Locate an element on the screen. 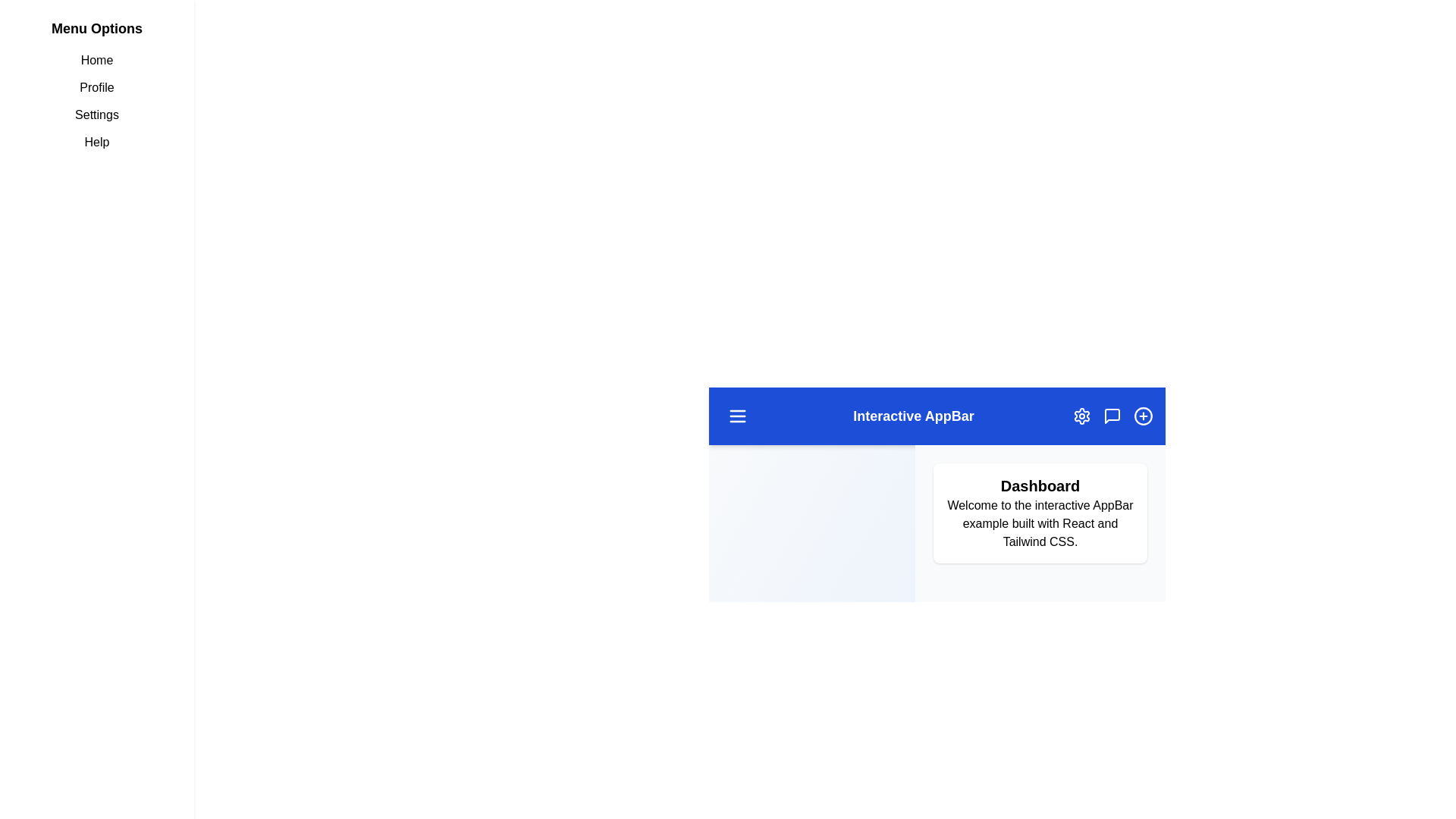  the 'MessageSquare' icon in the AppBar is located at coordinates (1112, 416).